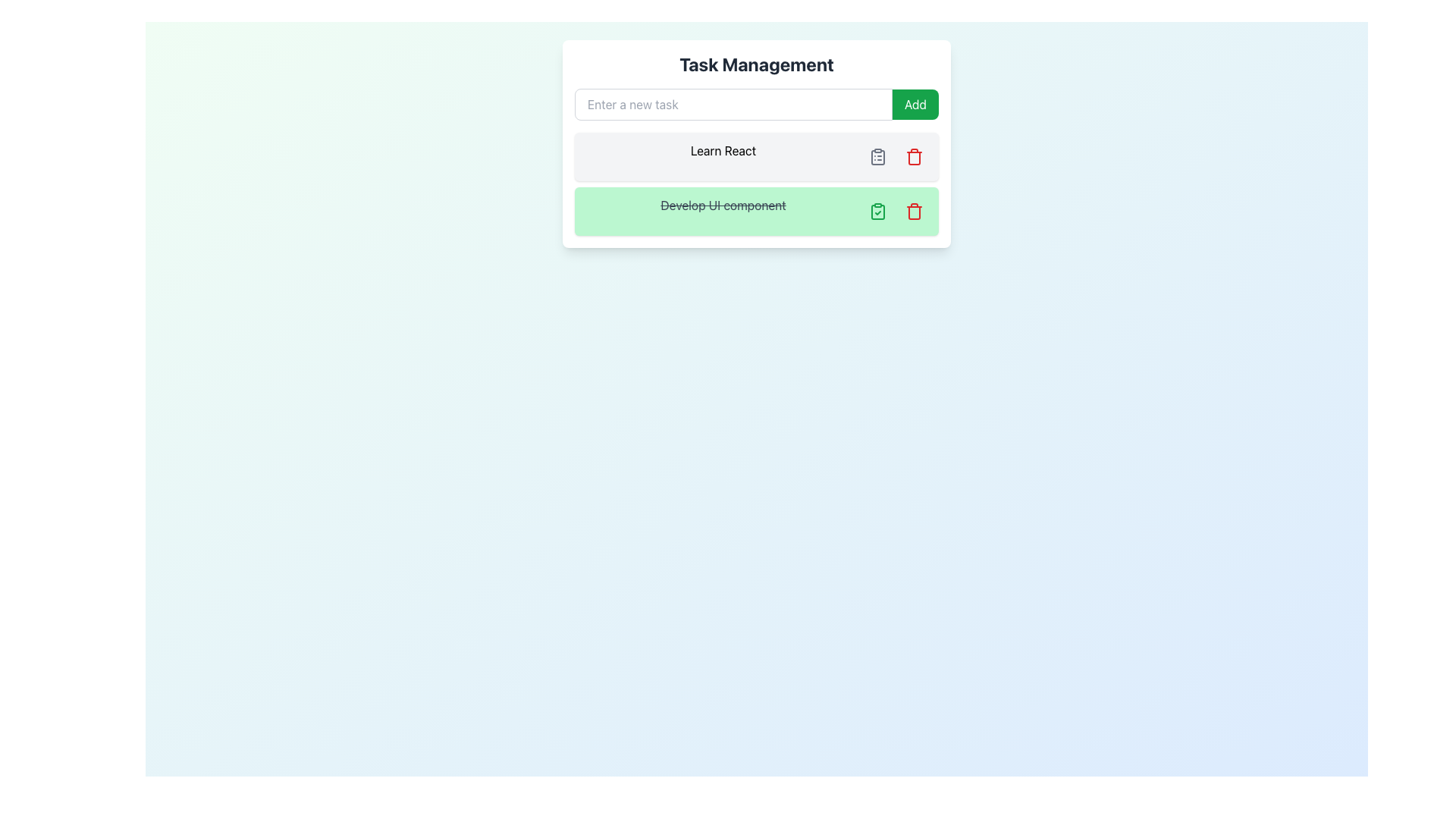 This screenshot has width=1456, height=819. I want to click on the green 'Add' button located at the right side of the Task input field, so click(757, 104).